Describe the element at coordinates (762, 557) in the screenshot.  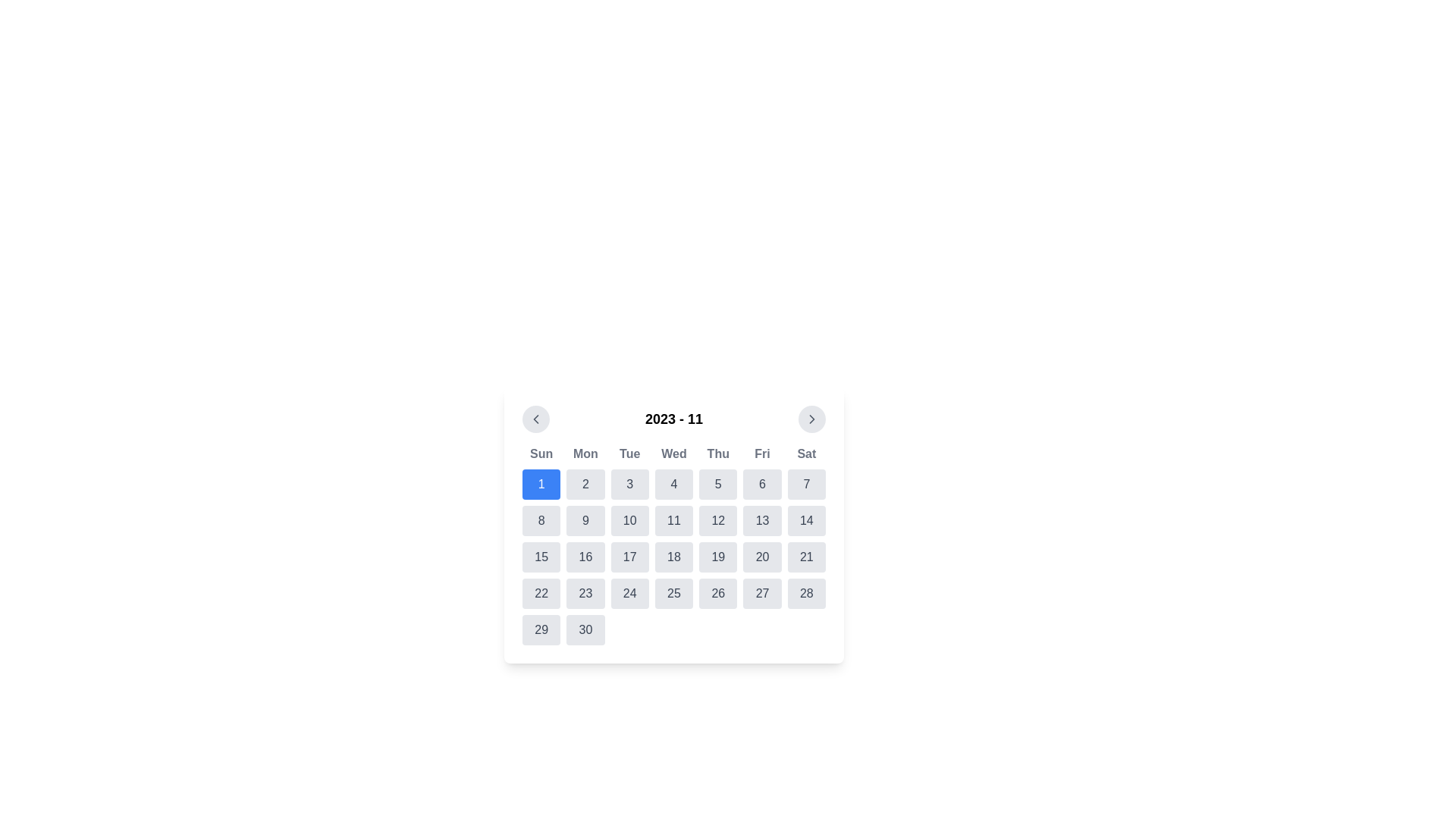
I see `the button representing the twentieth day in the calendar view` at that location.